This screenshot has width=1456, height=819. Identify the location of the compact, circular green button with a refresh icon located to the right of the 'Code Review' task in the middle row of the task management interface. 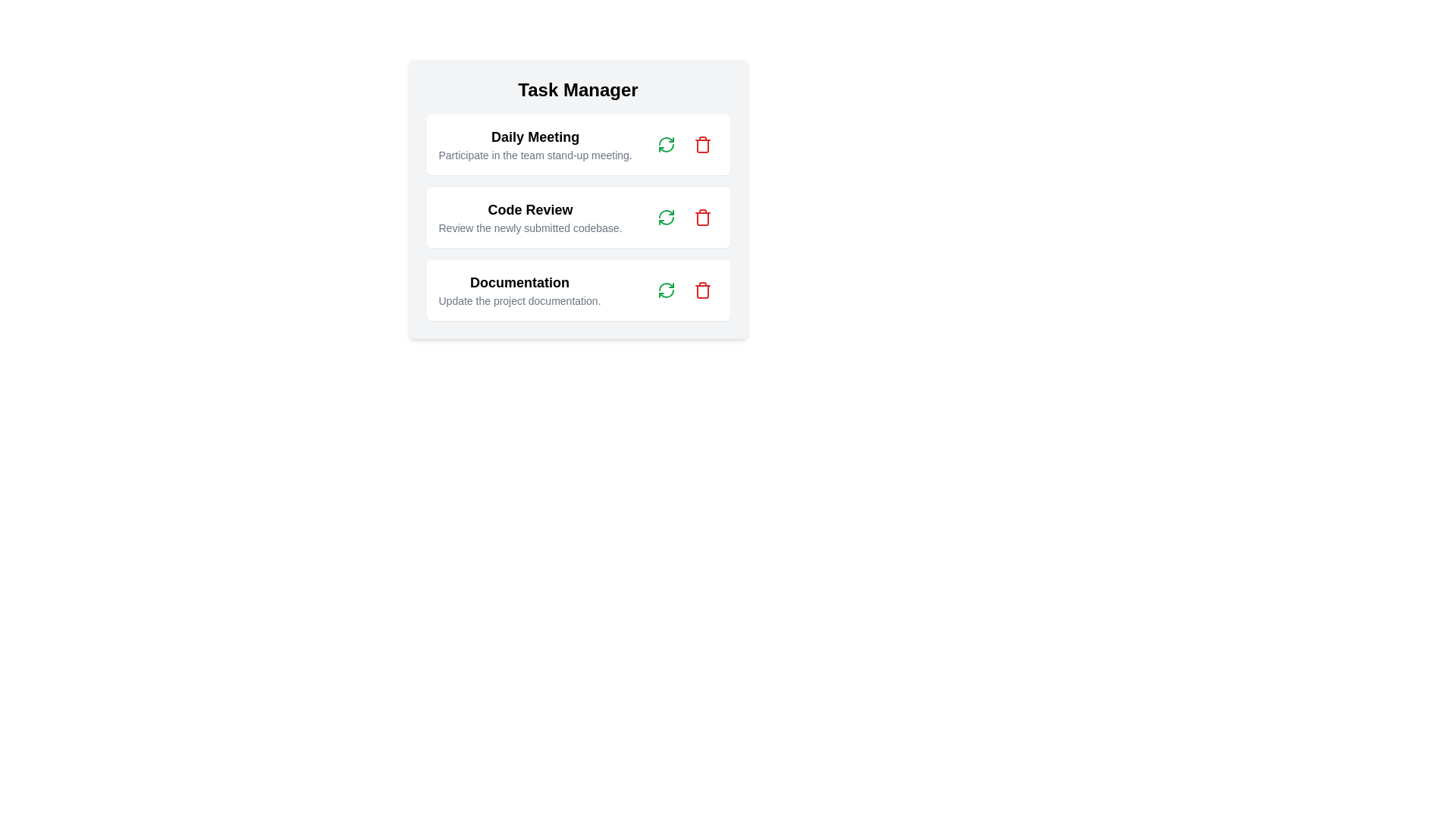
(666, 217).